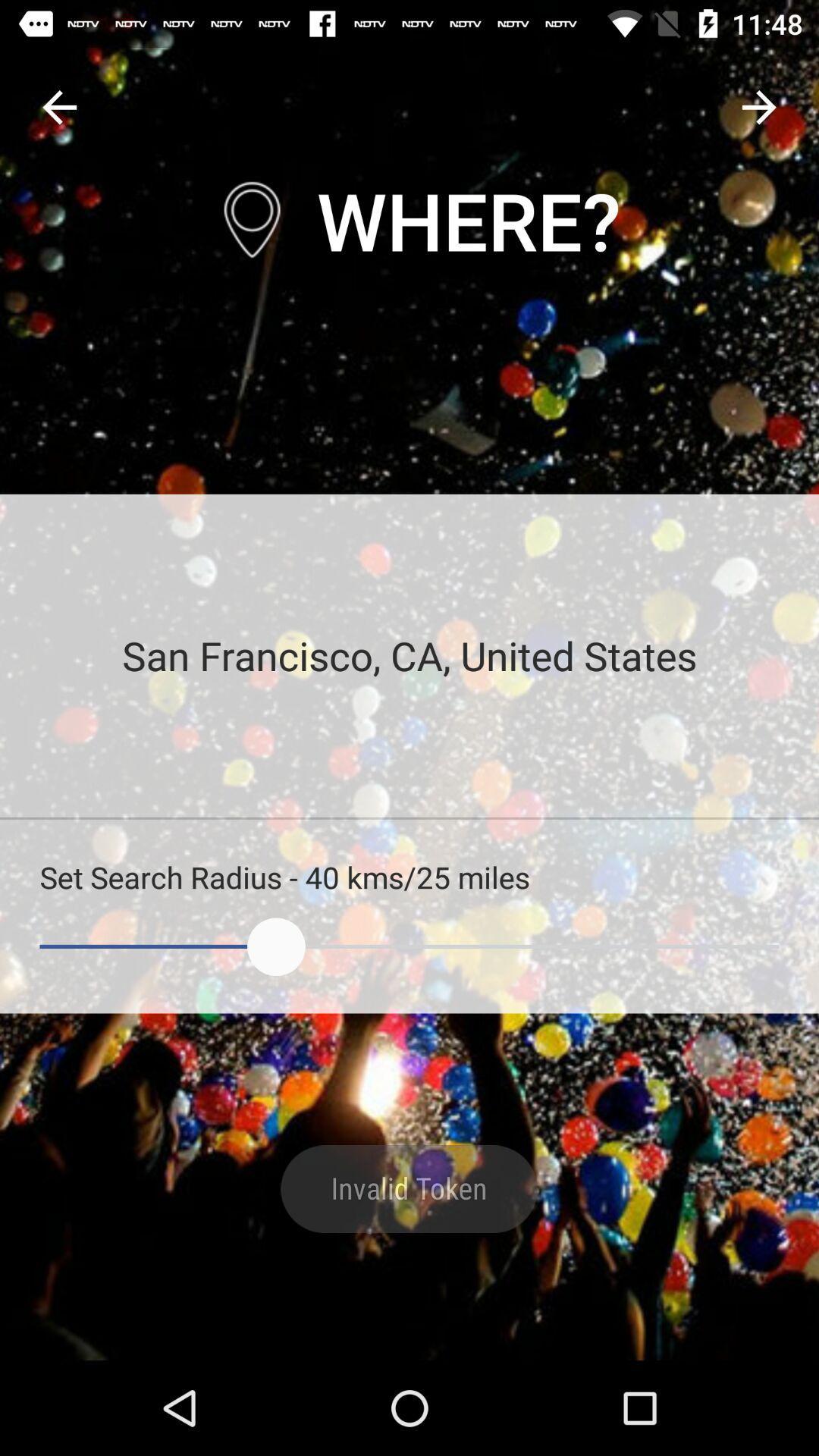 This screenshot has height=1456, width=819. What do you see at coordinates (759, 106) in the screenshot?
I see `the arrow_forward icon` at bounding box center [759, 106].